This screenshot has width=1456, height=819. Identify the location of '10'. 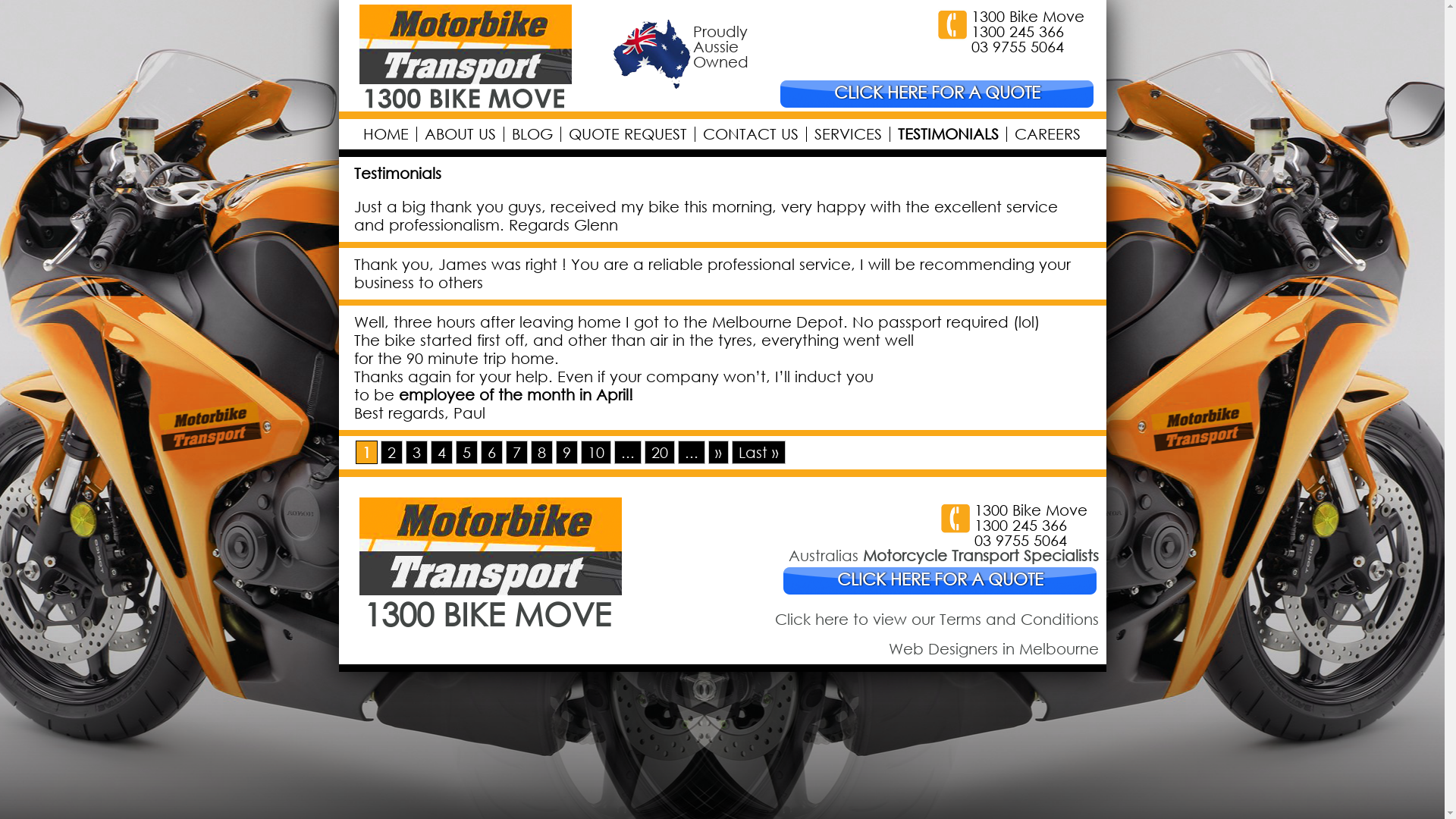
(595, 451).